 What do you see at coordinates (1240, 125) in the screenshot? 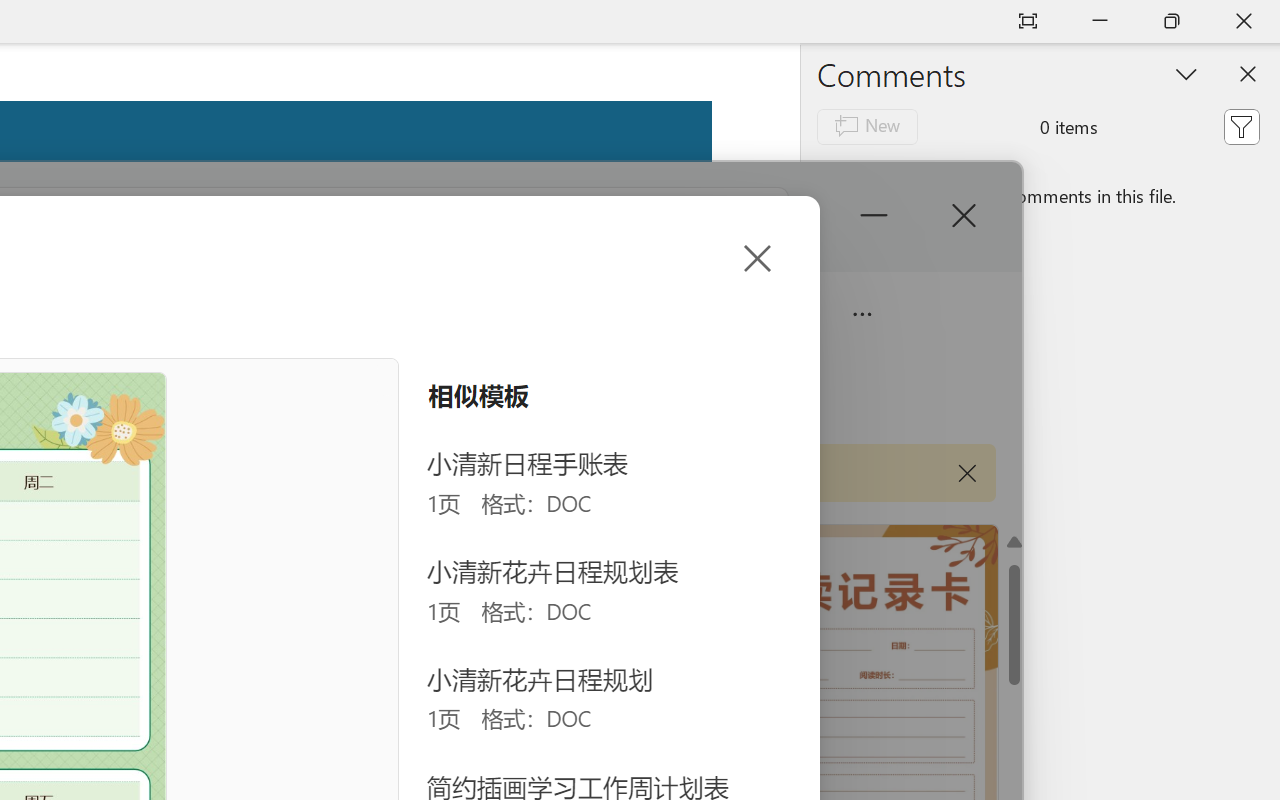
I see `'Filter'` at bounding box center [1240, 125].